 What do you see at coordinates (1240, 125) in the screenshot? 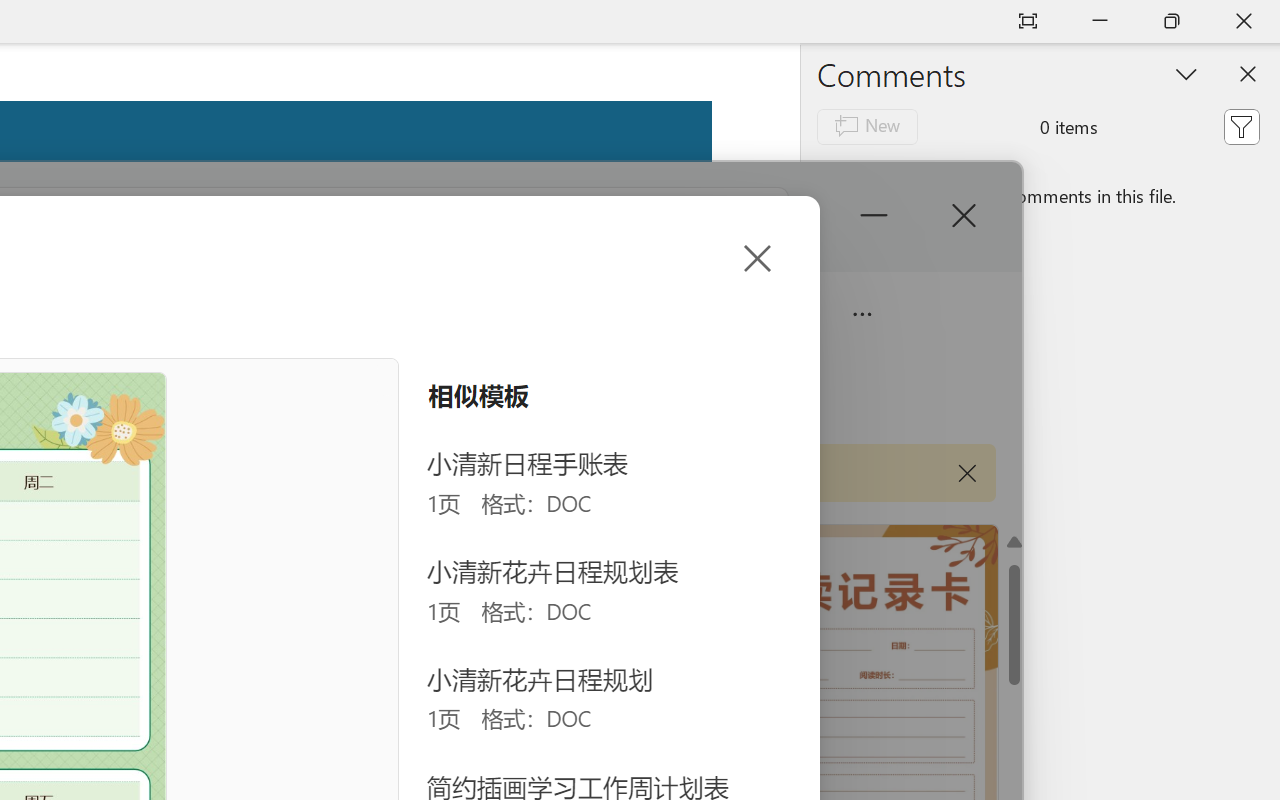
I see `'Filter'` at bounding box center [1240, 125].